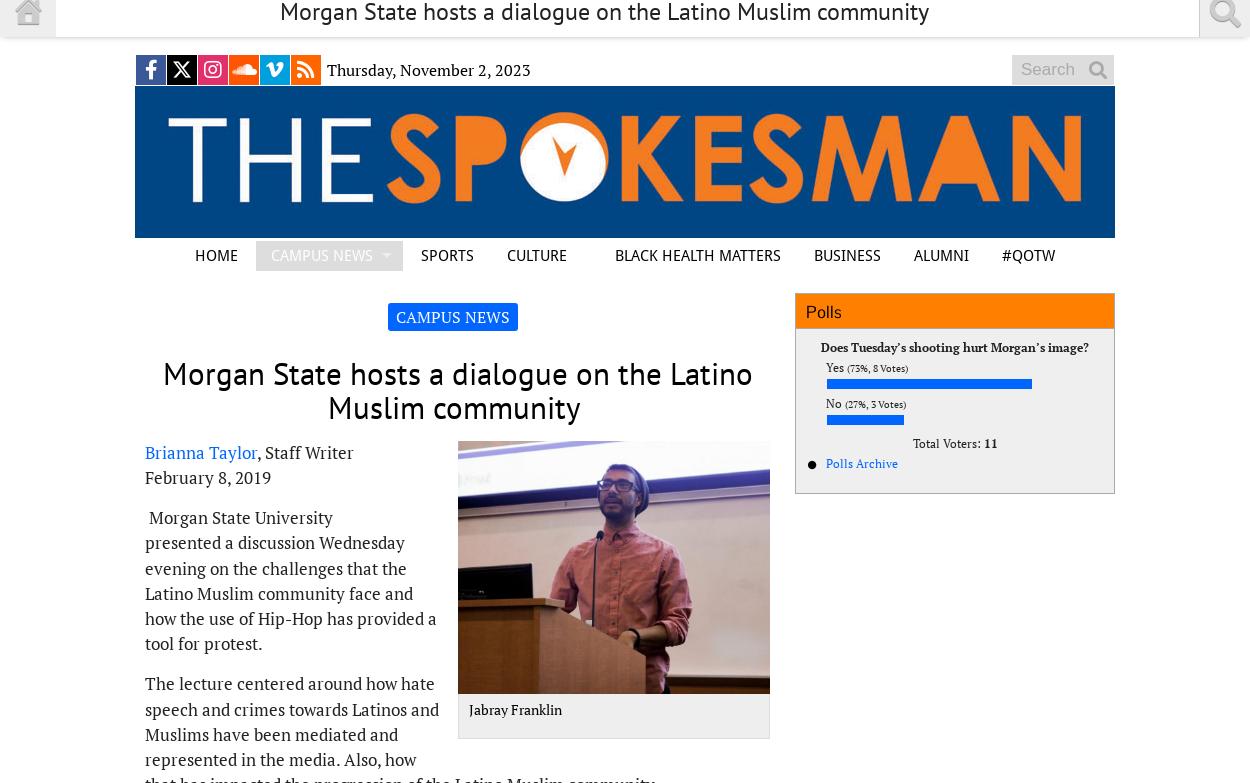  I want to click on 'Brianna Taylor', so click(200, 451).